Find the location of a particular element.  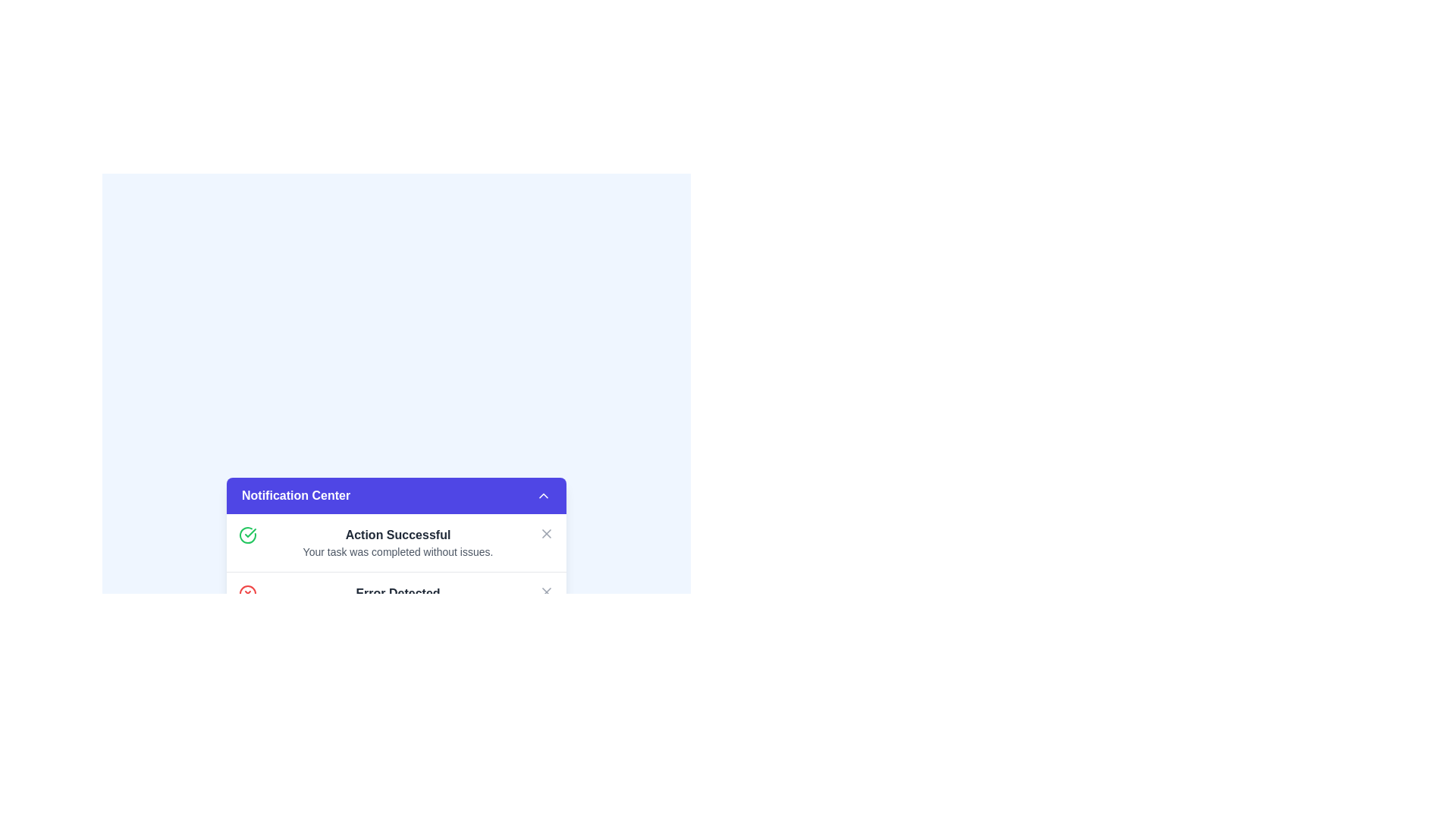

the Close button represented by an 'X' SVG icon located at the far-right end of the notification card to provide visual feedback is located at coordinates (546, 533).